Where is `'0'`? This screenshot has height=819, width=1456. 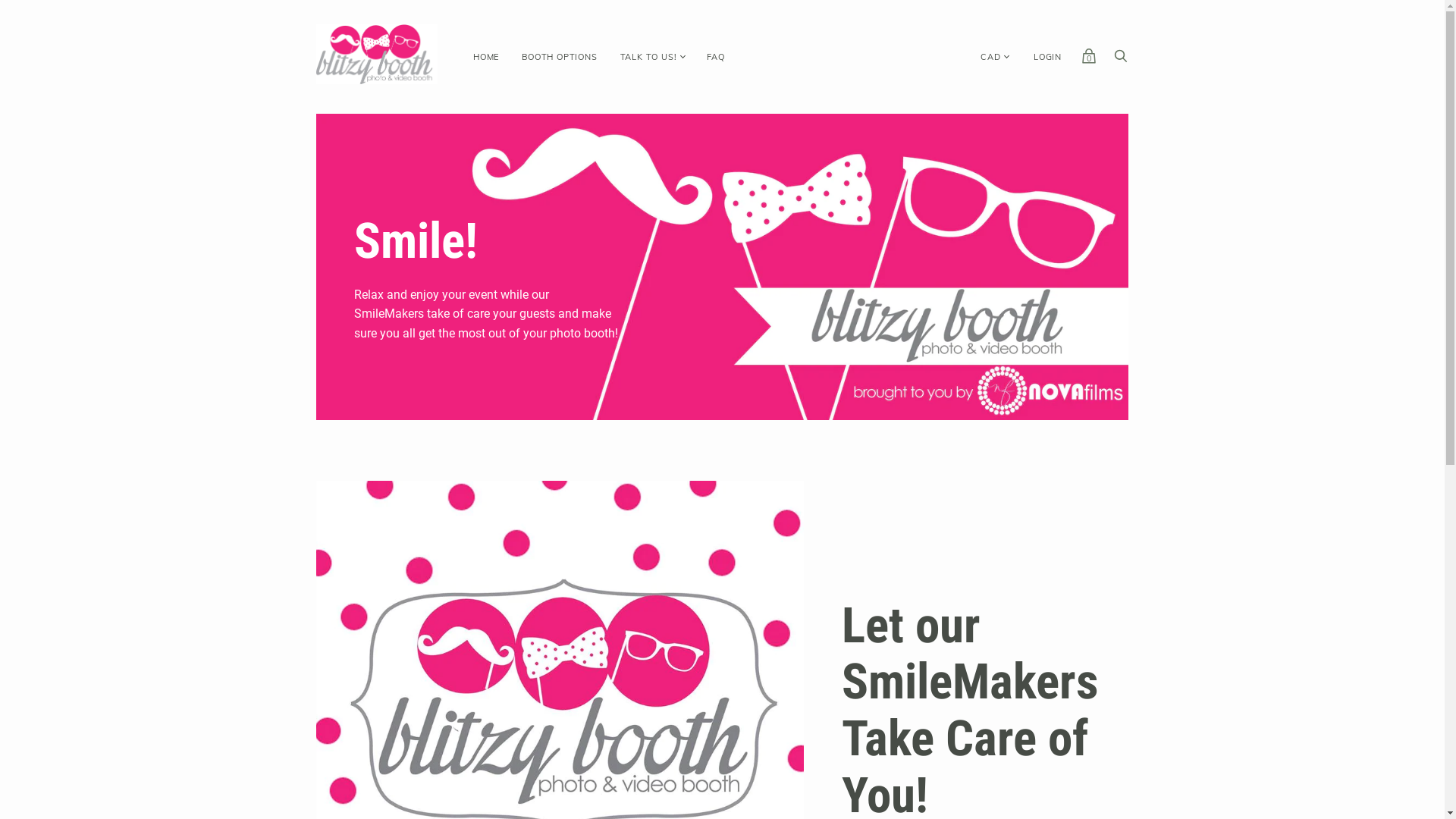 '0' is located at coordinates (1080, 58).